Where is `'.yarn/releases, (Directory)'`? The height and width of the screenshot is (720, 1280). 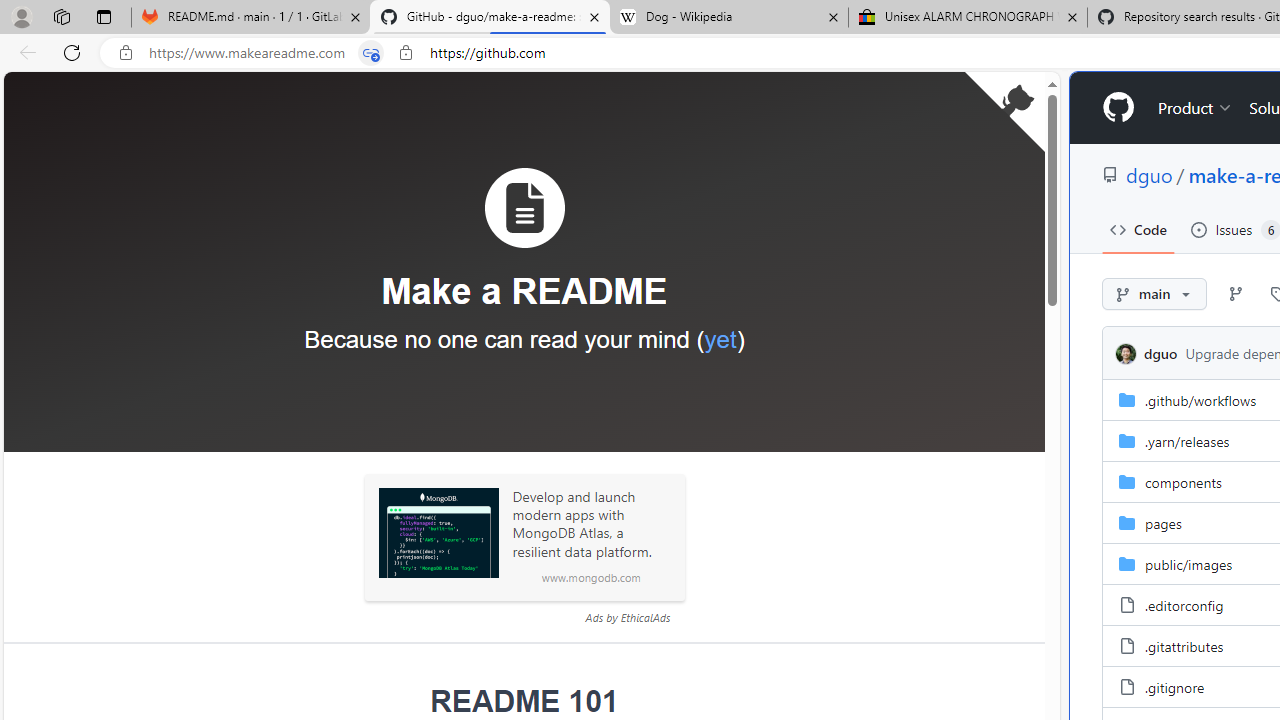
'.yarn/releases, (Directory)' is located at coordinates (1187, 440).